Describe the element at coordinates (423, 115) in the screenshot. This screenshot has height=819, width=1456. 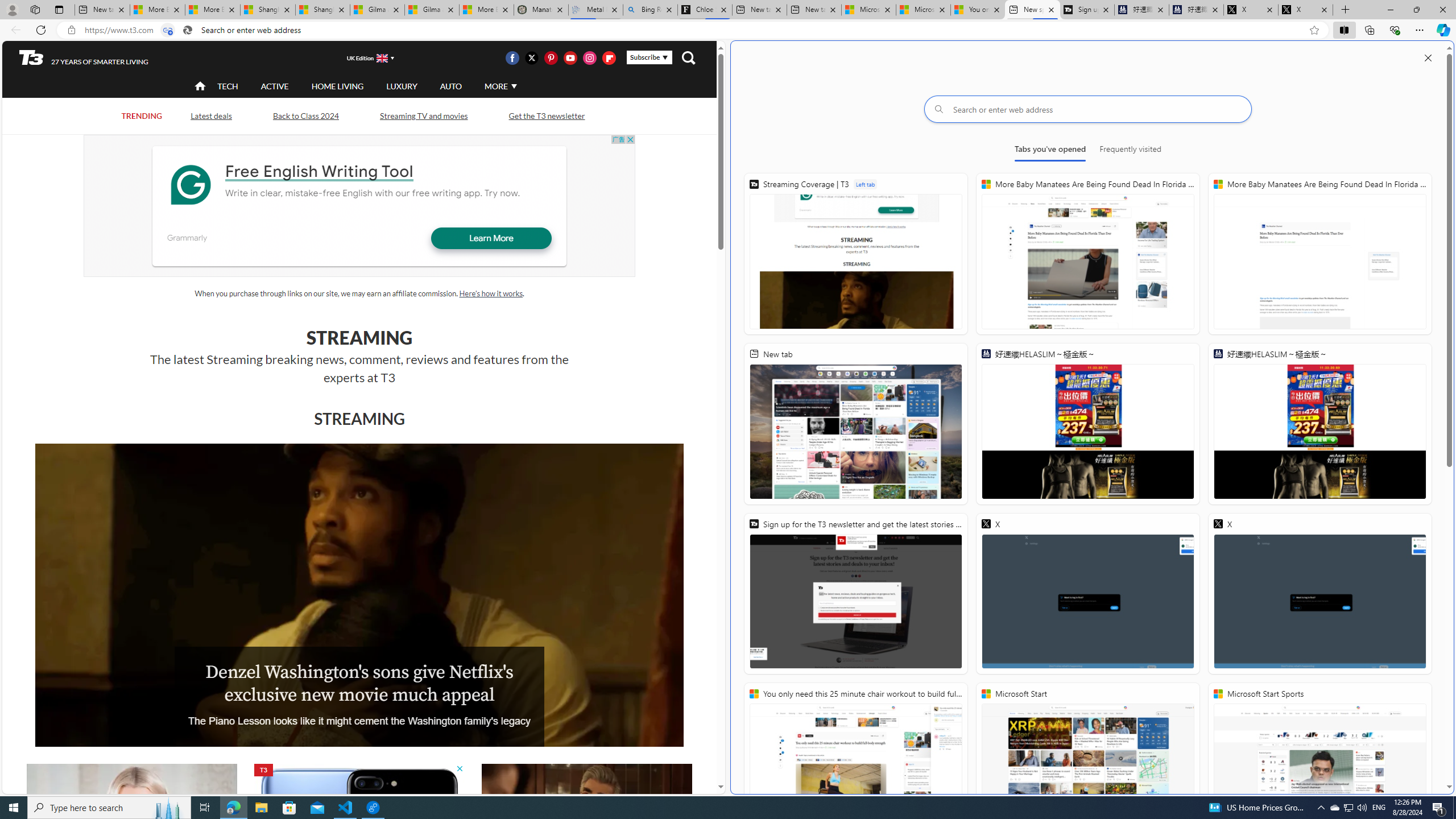
I see `'Streaming TV and movies'` at that location.